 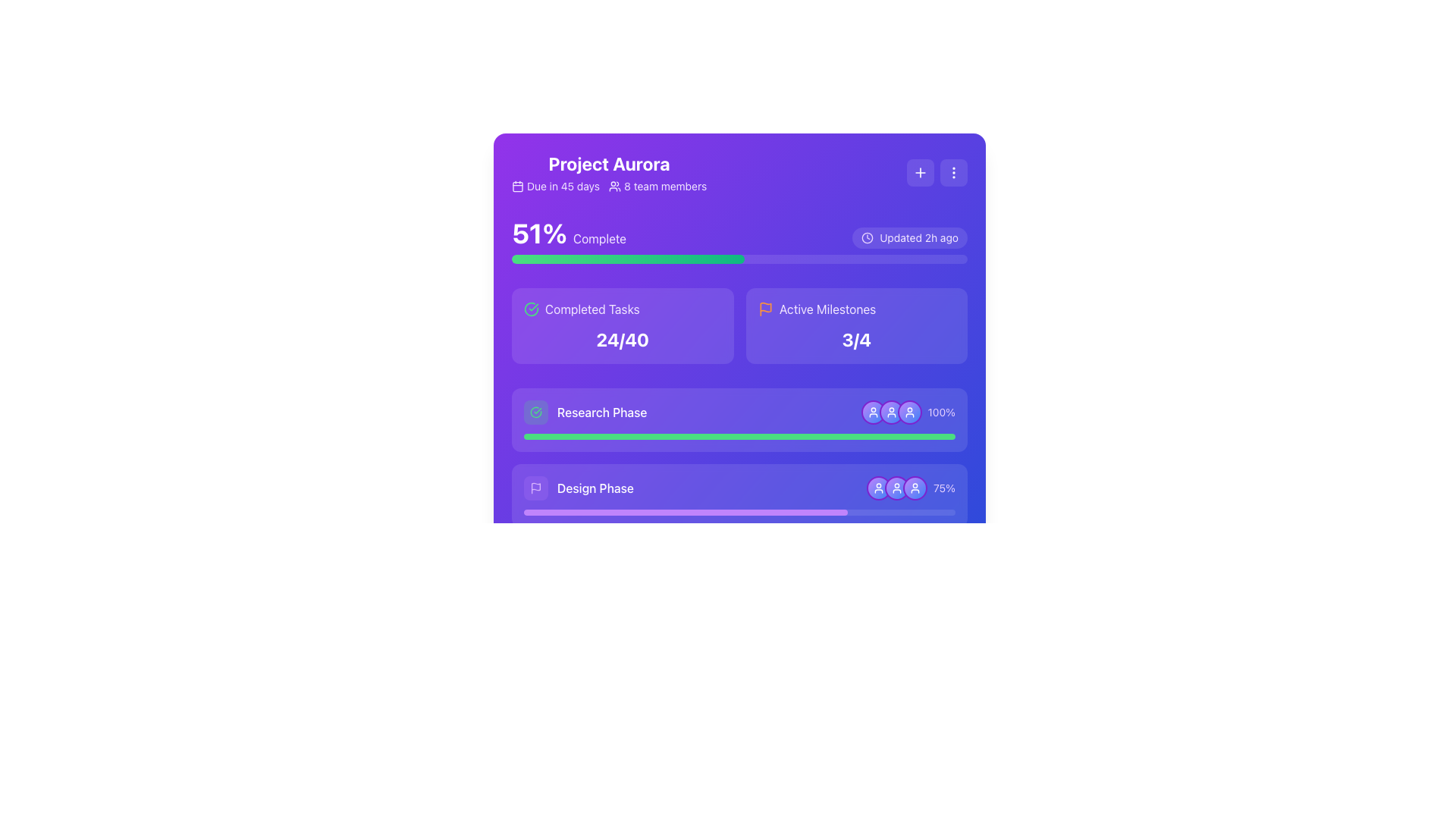 What do you see at coordinates (555, 186) in the screenshot?
I see `the time remaining indicator located just below the 'Project Aurora' header and to the left of the '8 team members' text` at bounding box center [555, 186].